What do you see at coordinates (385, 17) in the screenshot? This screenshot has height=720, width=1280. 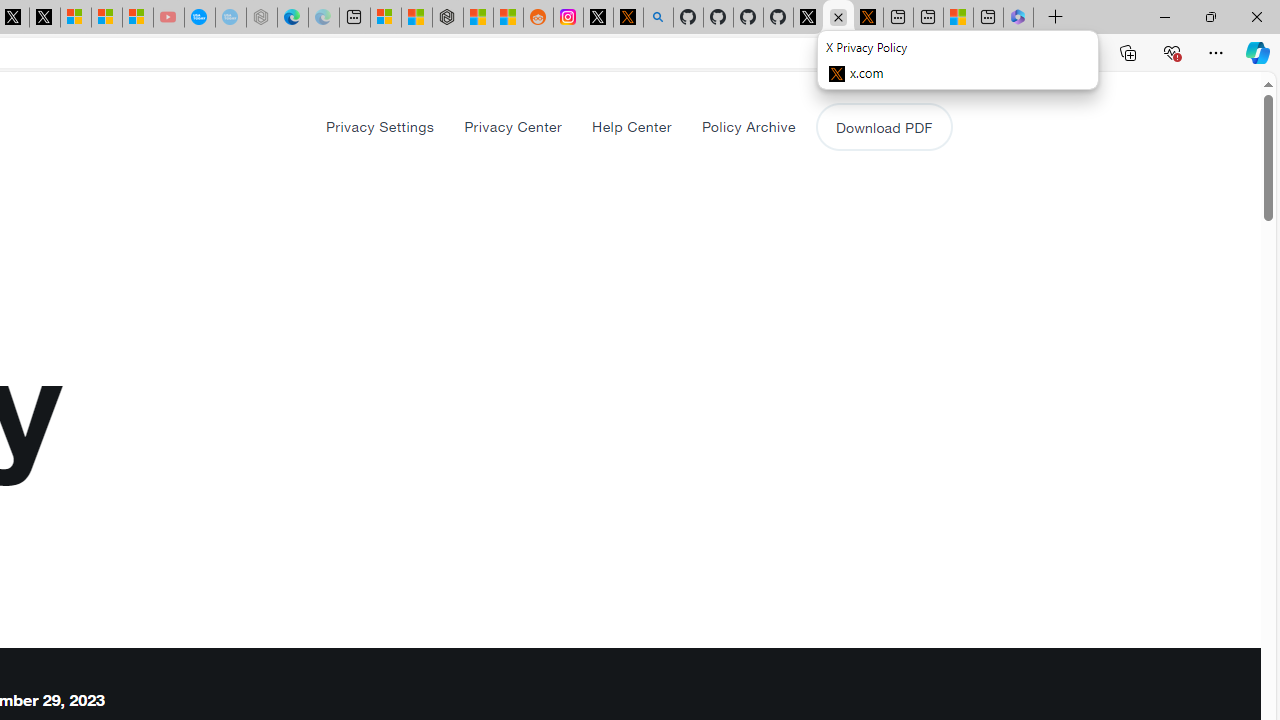 I see `'Microsoft account | Microsoft Account Privacy Settings'` at bounding box center [385, 17].